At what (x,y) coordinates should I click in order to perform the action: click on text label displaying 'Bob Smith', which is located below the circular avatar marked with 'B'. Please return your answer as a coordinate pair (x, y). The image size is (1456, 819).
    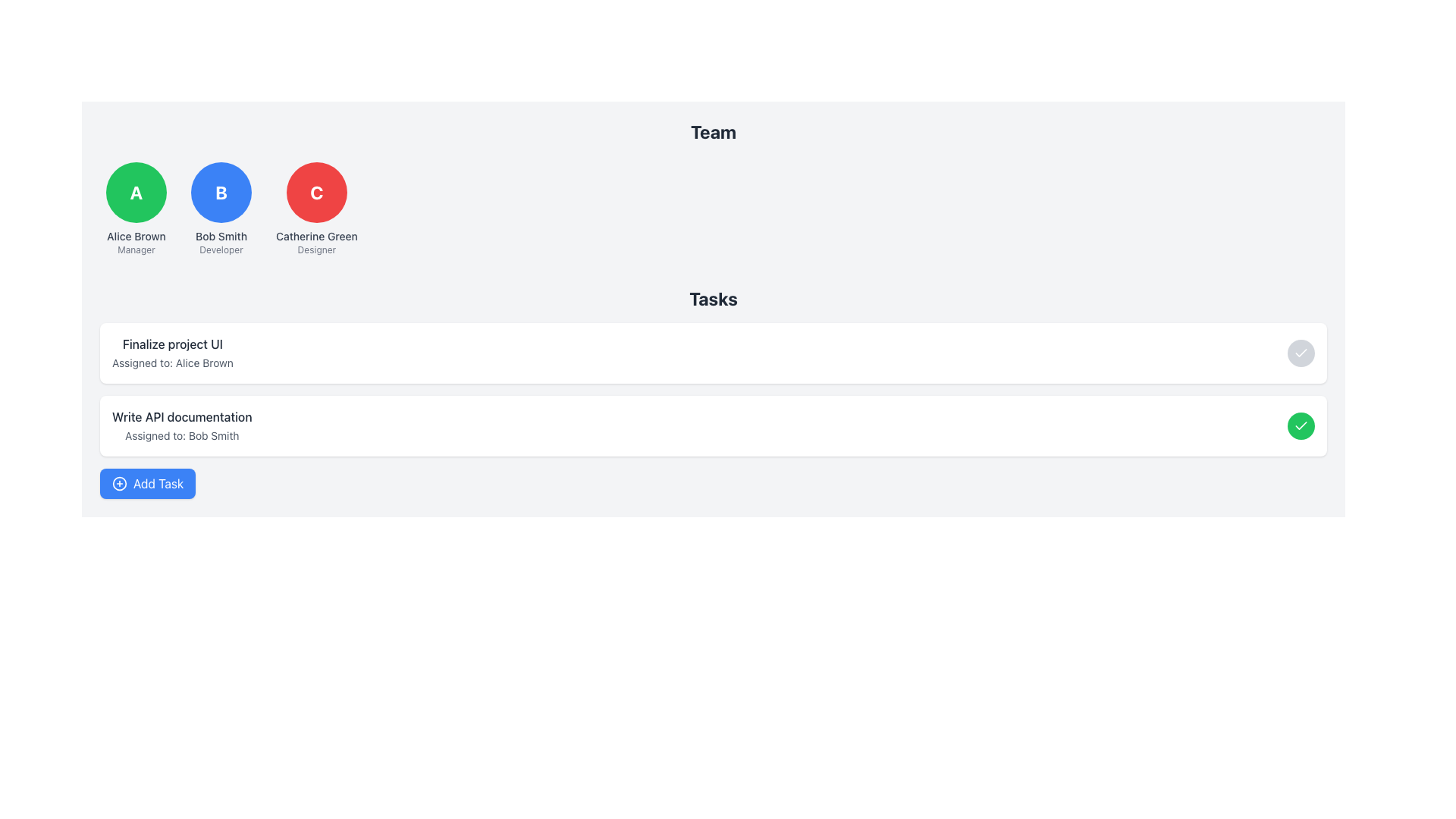
    Looking at the image, I should click on (221, 237).